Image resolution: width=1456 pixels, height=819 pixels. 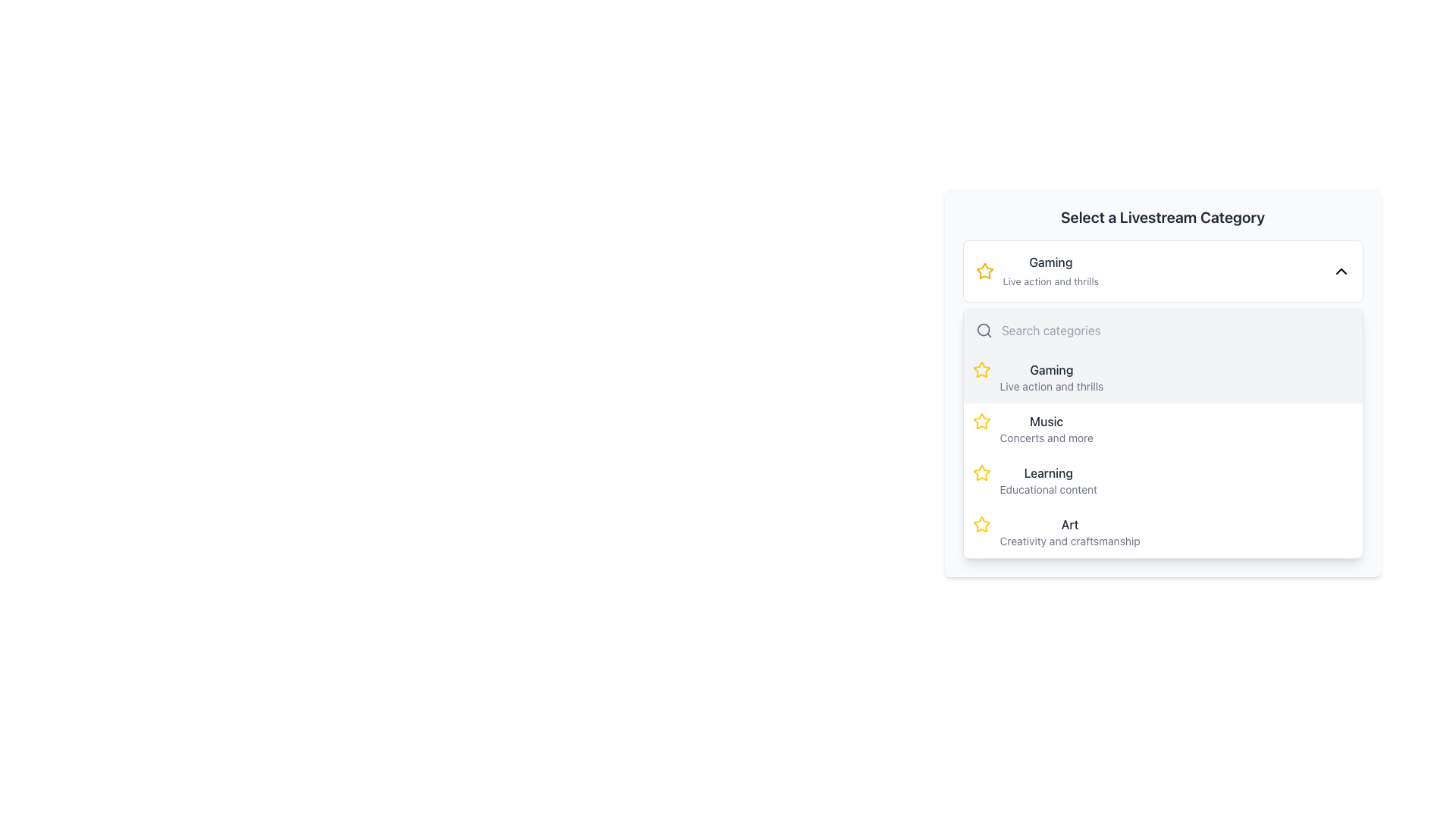 What do you see at coordinates (1046, 429) in the screenshot?
I see `the second list item in the 'Select a Livestream Category' panel, which reads 'Music' and 'Concerts and more'` at bounding box center [1046, 429].